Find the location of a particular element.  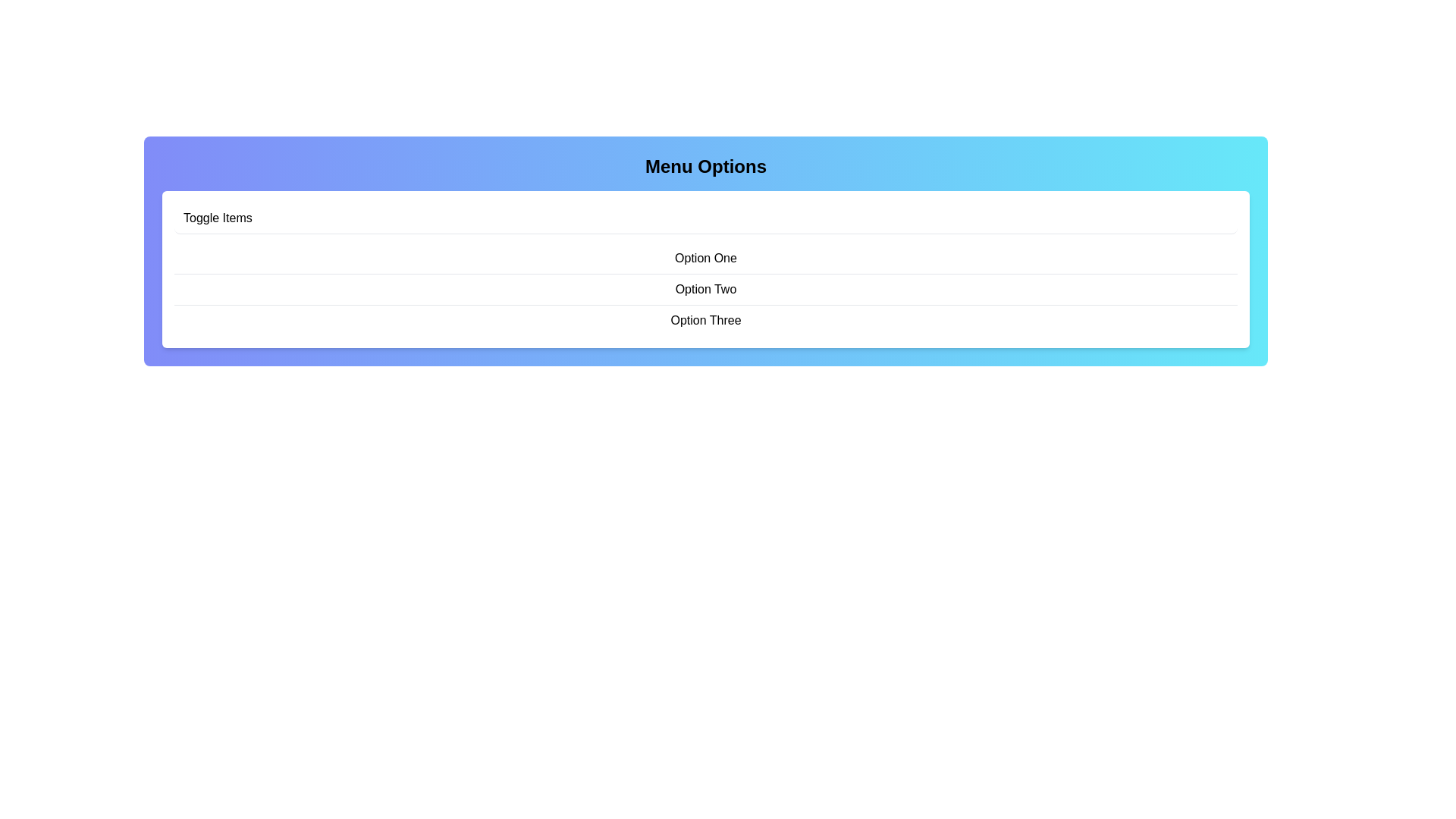

the menu option Option Two is located at coordinates (705, 289).